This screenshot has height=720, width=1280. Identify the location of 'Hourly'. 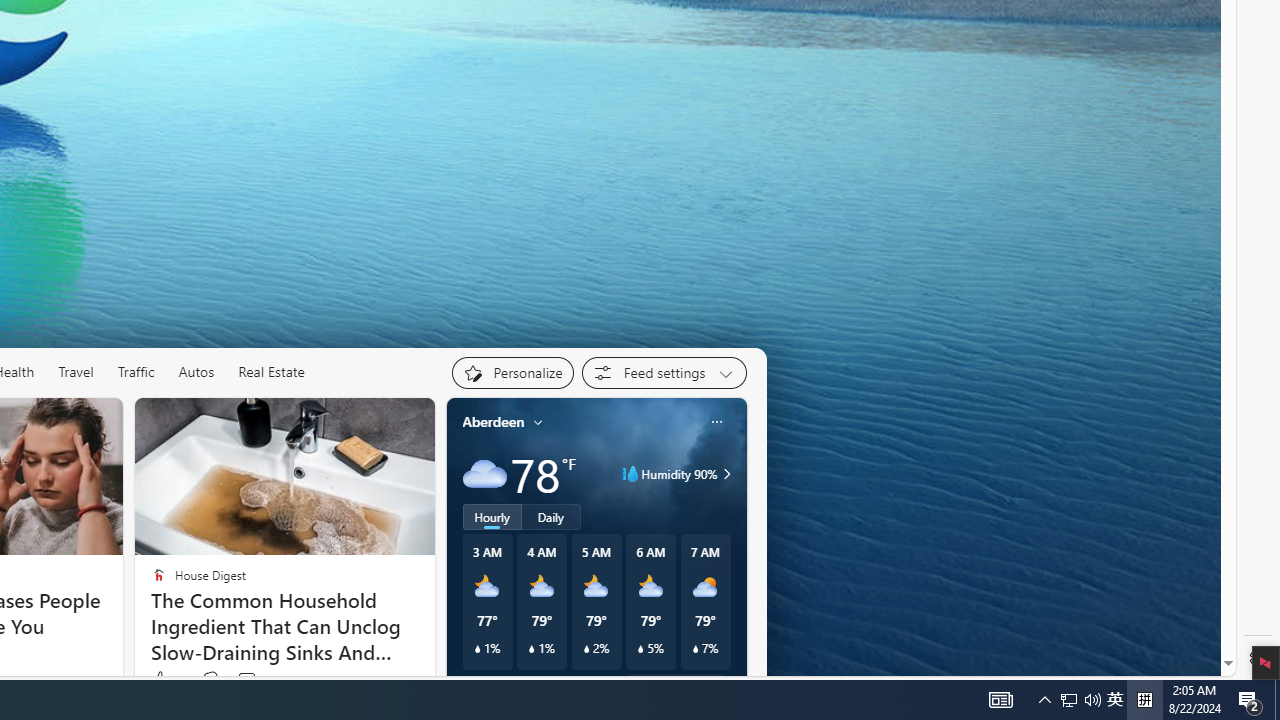
(492, 515).